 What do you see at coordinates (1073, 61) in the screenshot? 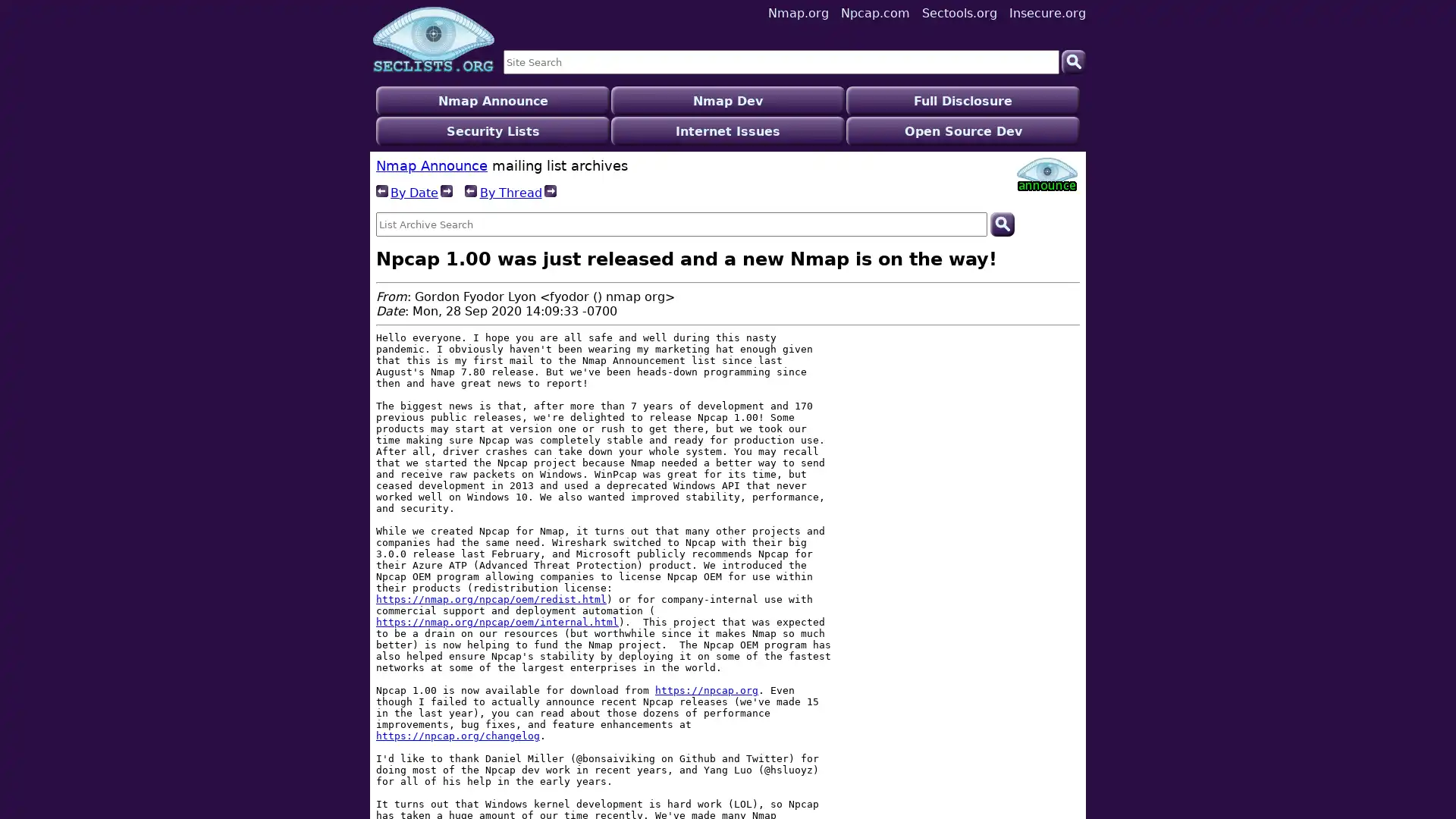
I see `Search` at bounding box center [1073, 61].